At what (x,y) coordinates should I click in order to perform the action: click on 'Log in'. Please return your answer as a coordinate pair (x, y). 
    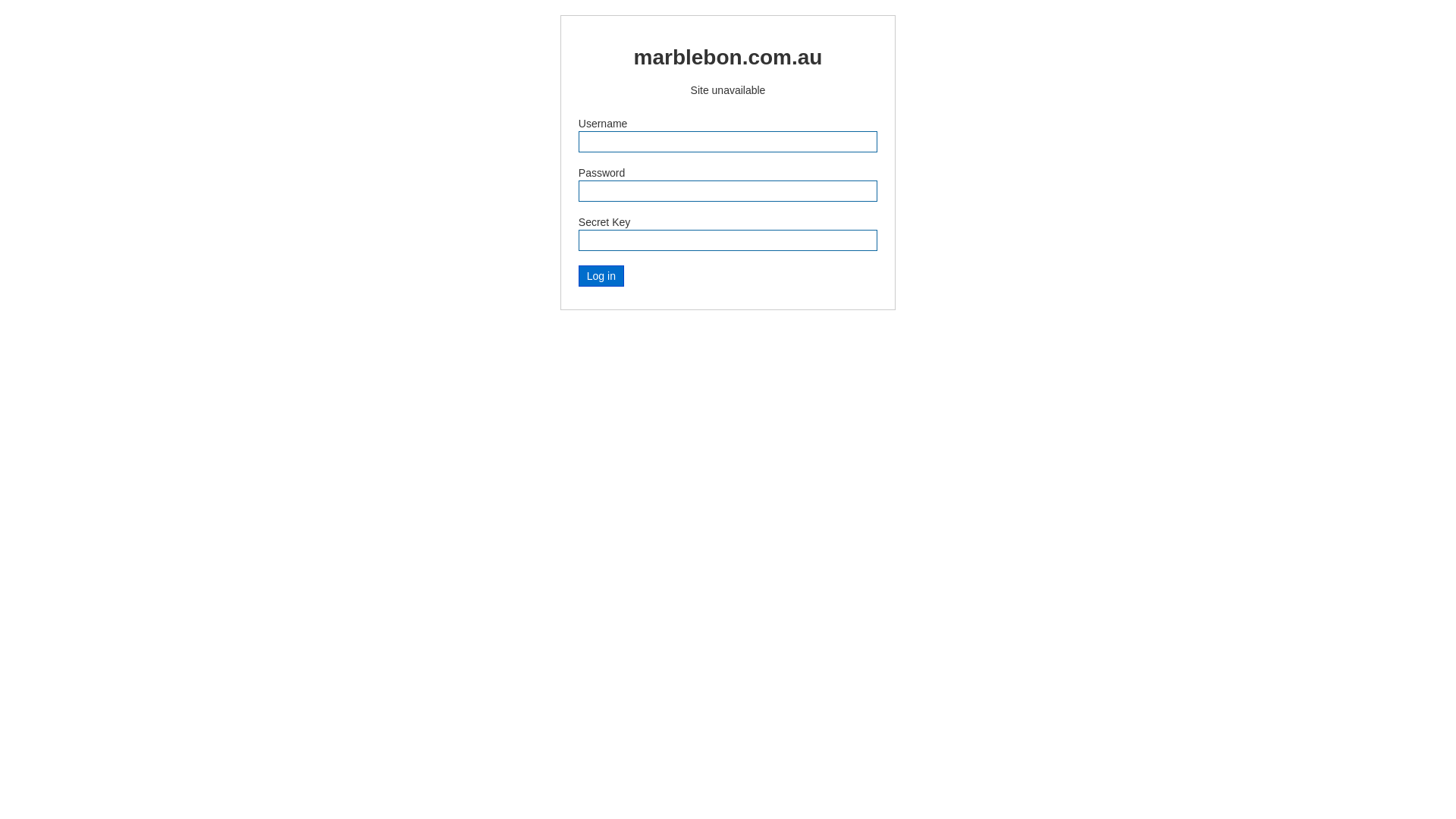
    Looking at the image, I should click on (578, 275).